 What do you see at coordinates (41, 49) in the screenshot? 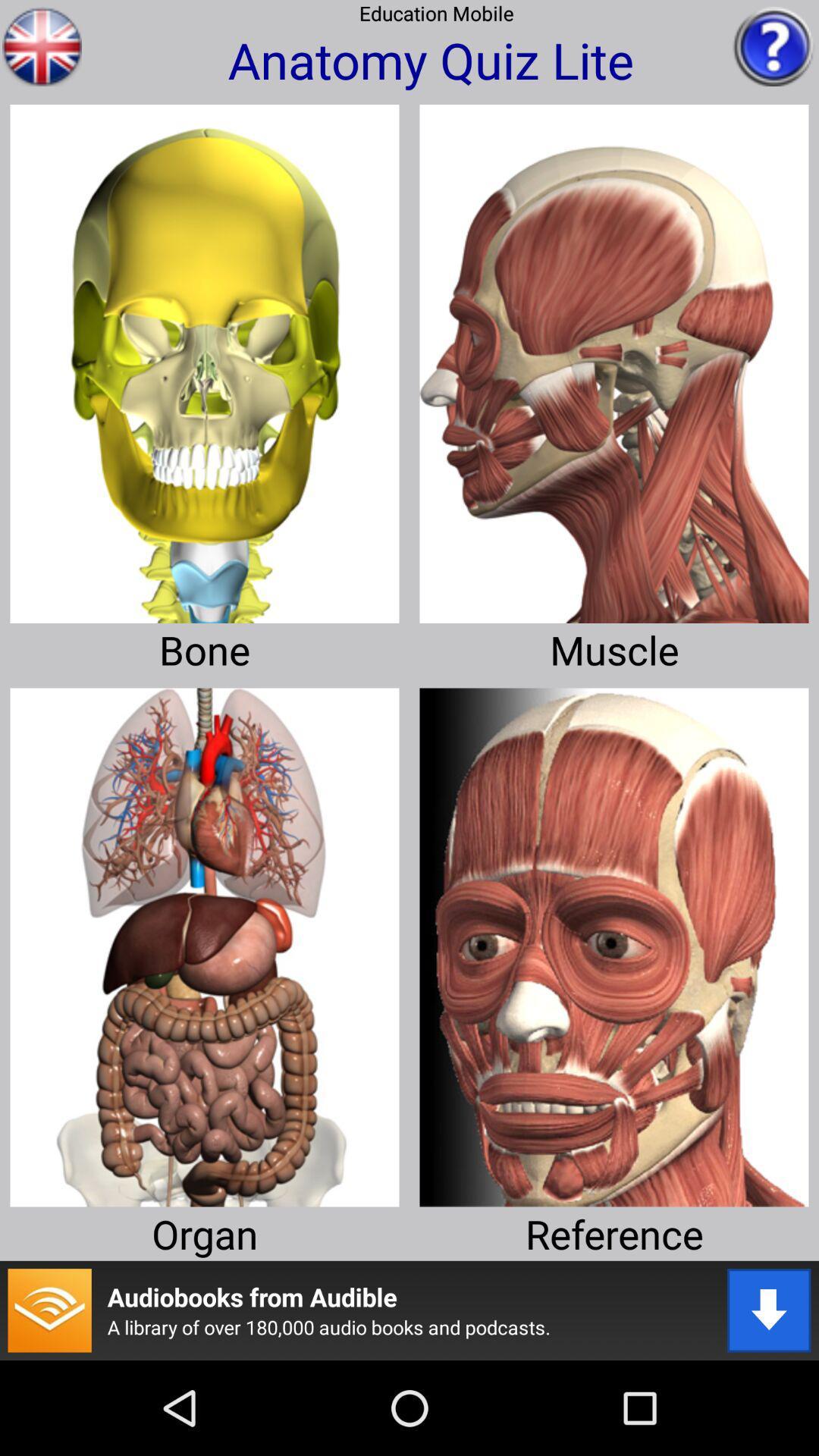
I see `the national_flag icon` at bounding box center [41, 49].